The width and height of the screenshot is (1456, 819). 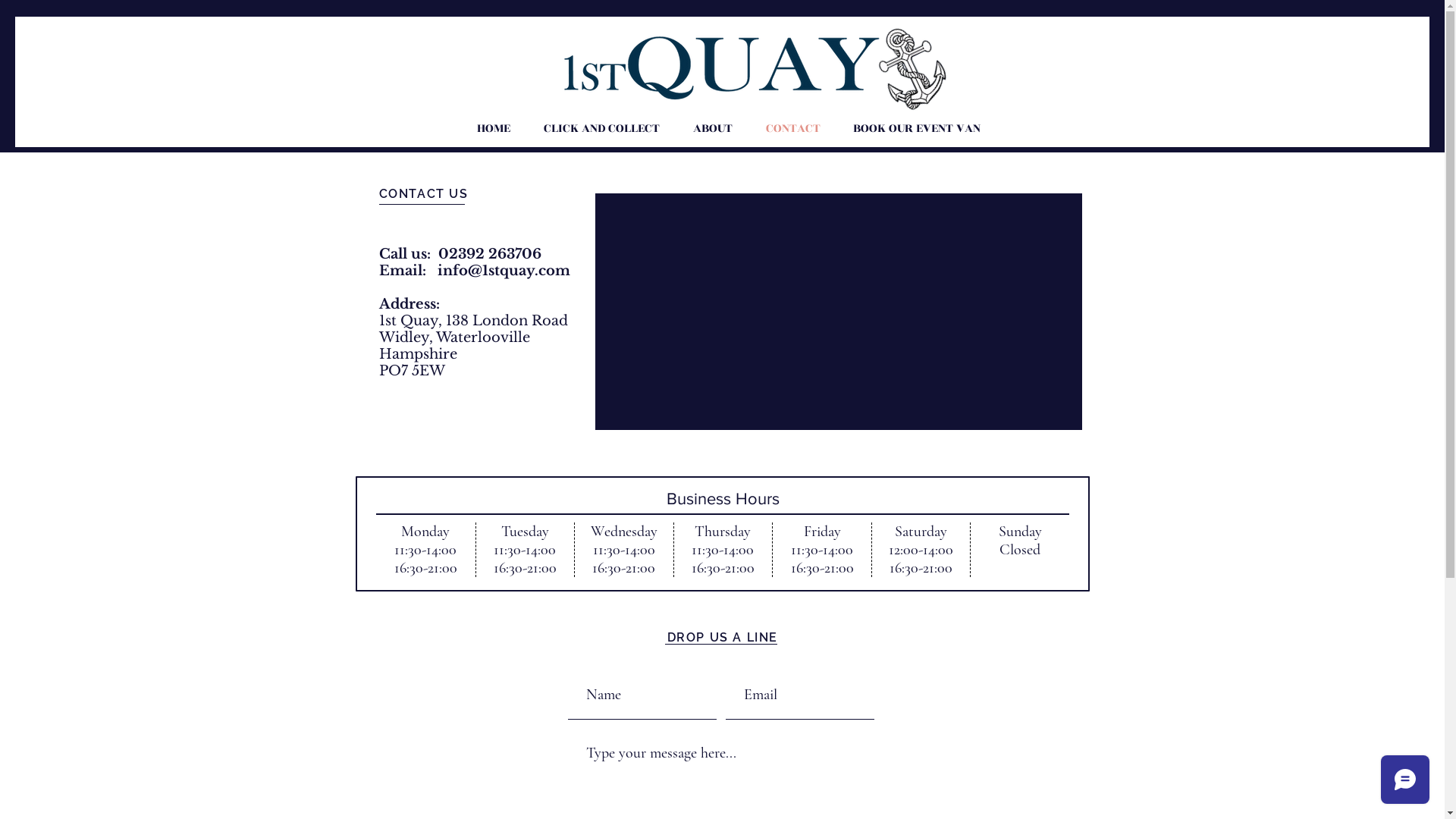 What do you see at coordinates (916, 127) in the screenshot?
I see `'BOOK OUR EVENT VAN'` at bounding box center [916, 127].